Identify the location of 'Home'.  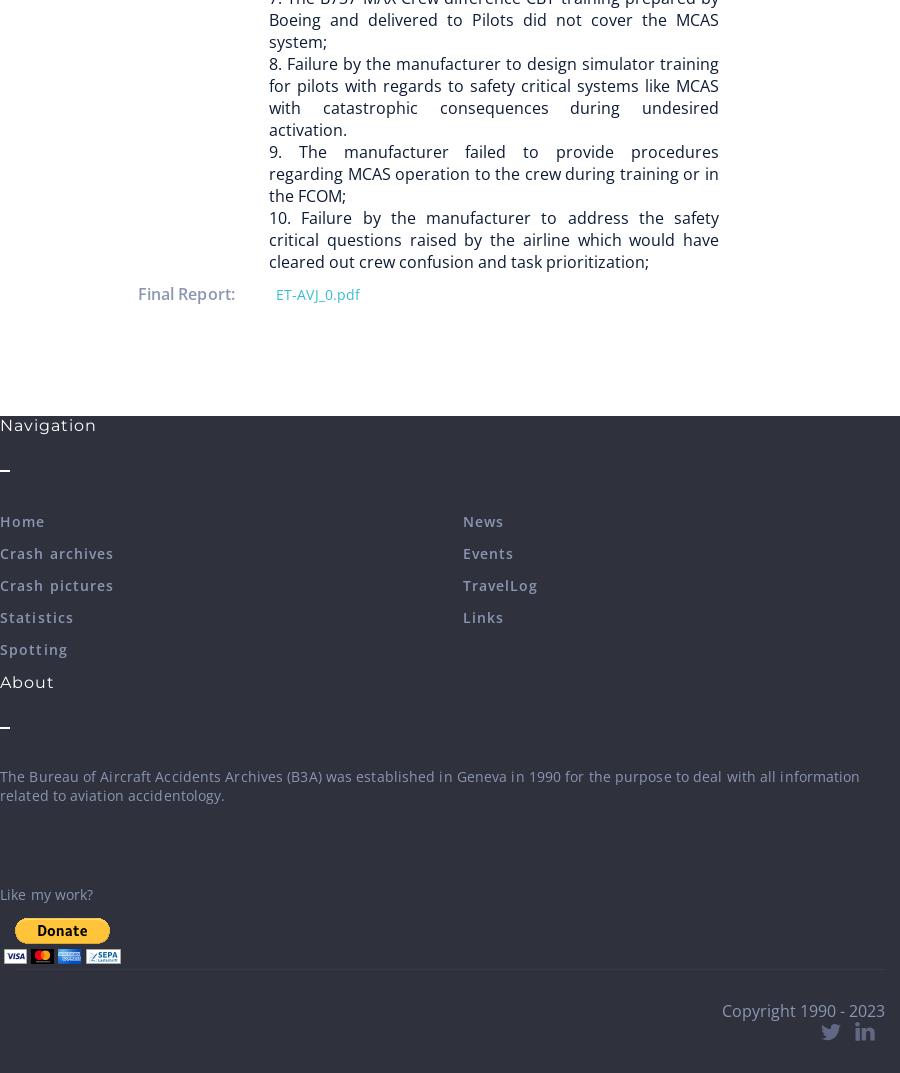
(21, 520).